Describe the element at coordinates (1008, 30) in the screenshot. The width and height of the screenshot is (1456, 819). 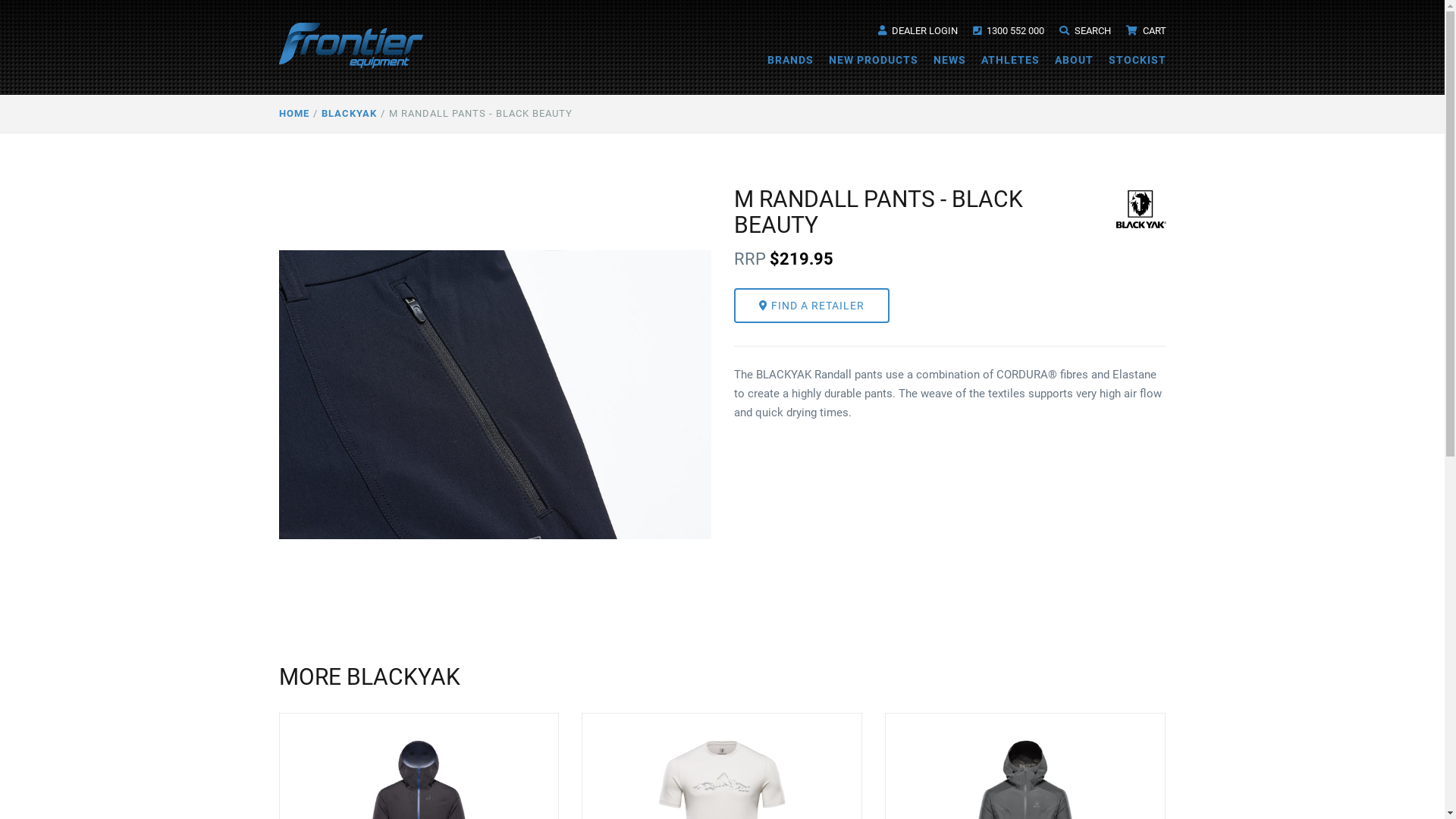
I see `'1300 552 000'` at that location.